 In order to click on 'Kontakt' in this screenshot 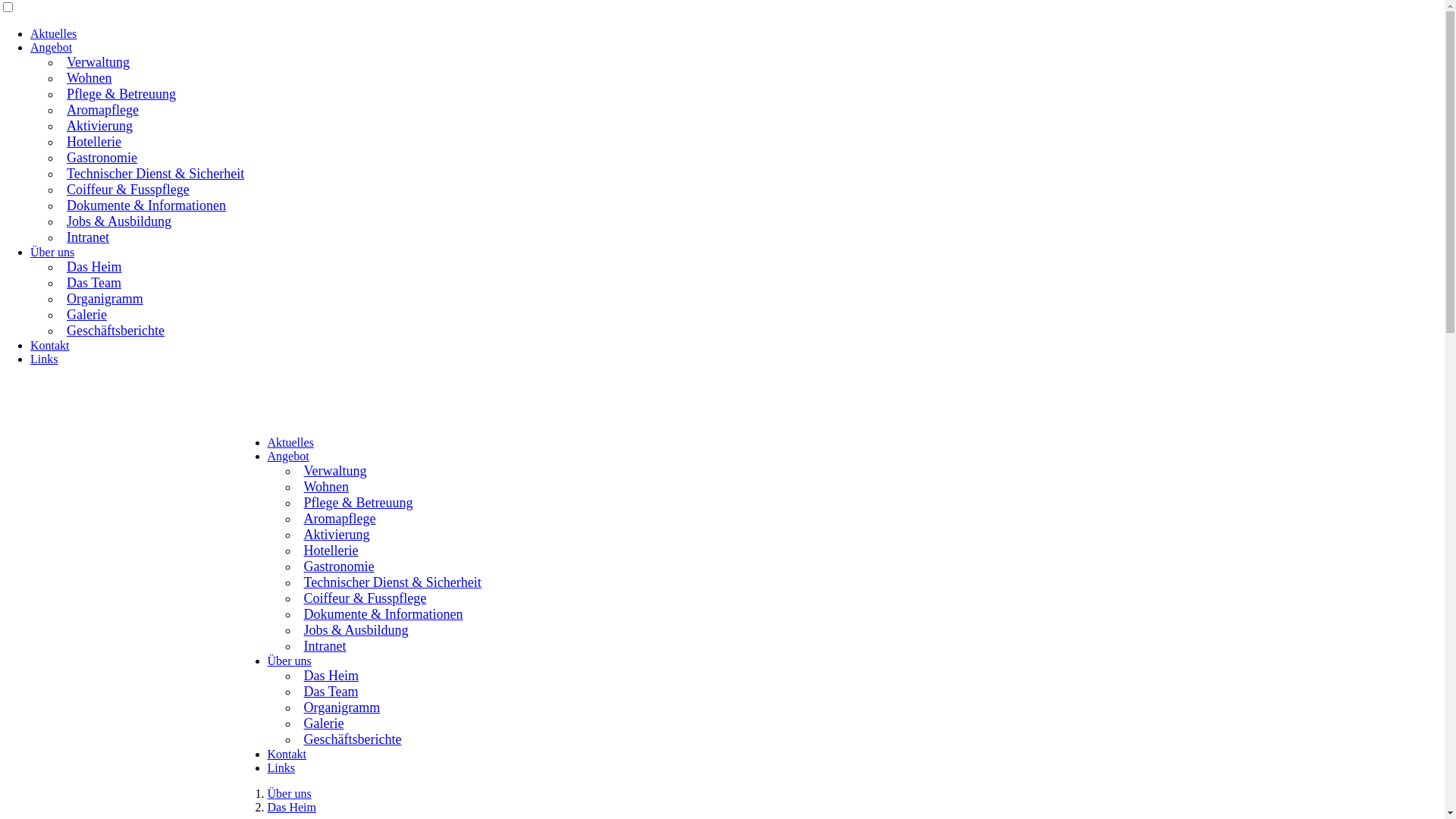, I will do `click(287, 754)`.